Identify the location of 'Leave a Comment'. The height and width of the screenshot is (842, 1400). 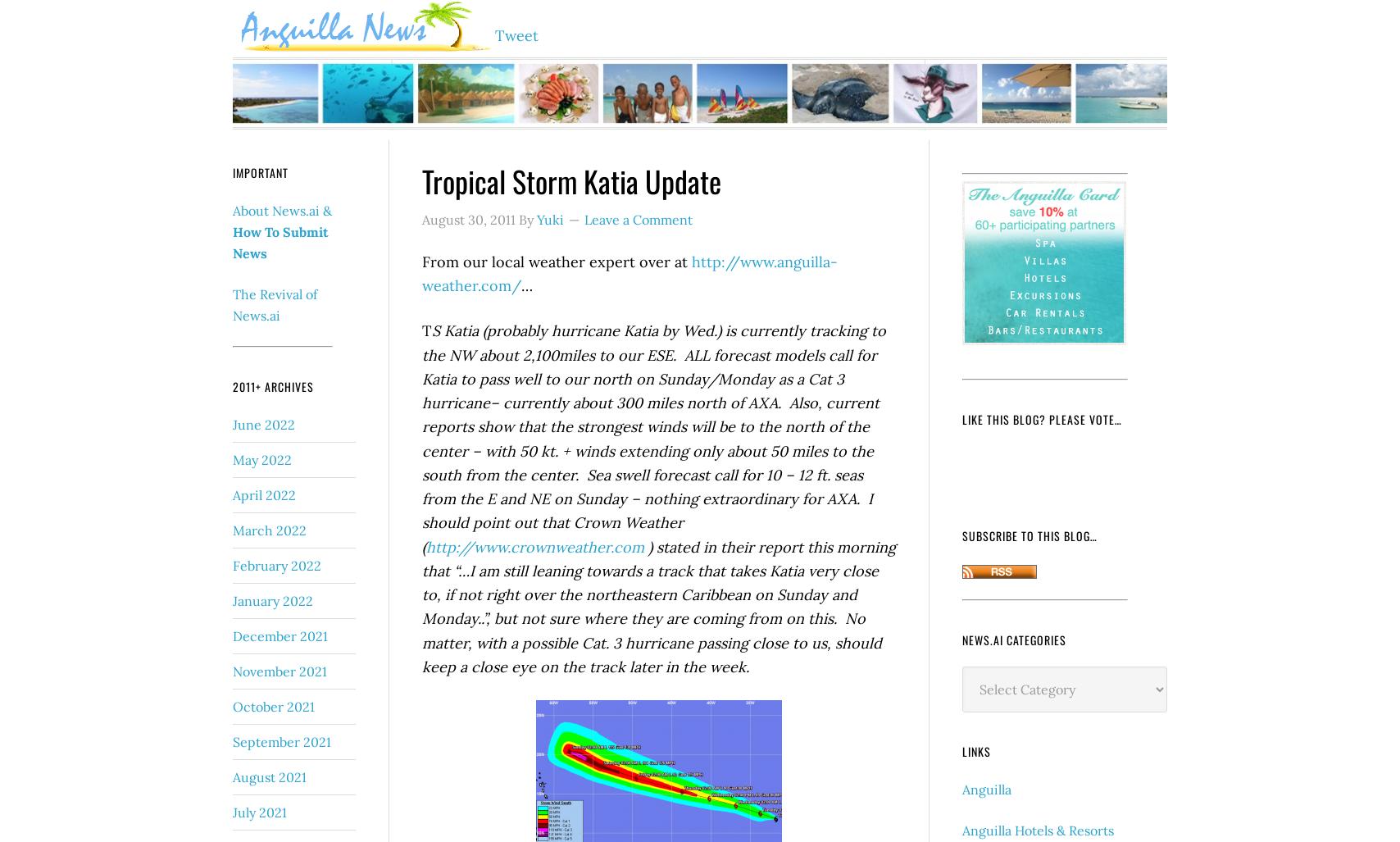
(639, 219).